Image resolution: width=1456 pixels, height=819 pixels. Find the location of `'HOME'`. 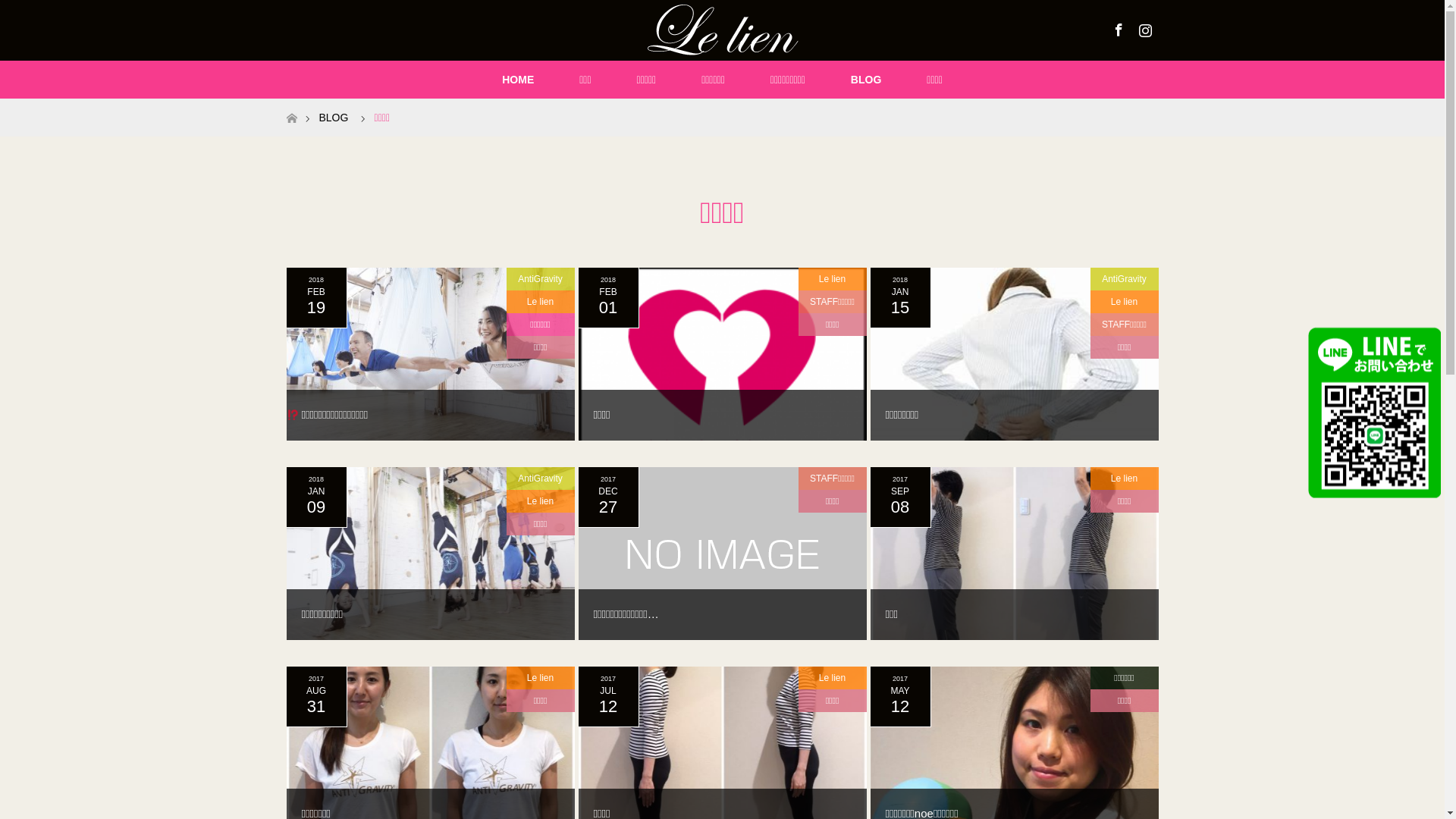

'HOME' is located at coordinates (479, 79).